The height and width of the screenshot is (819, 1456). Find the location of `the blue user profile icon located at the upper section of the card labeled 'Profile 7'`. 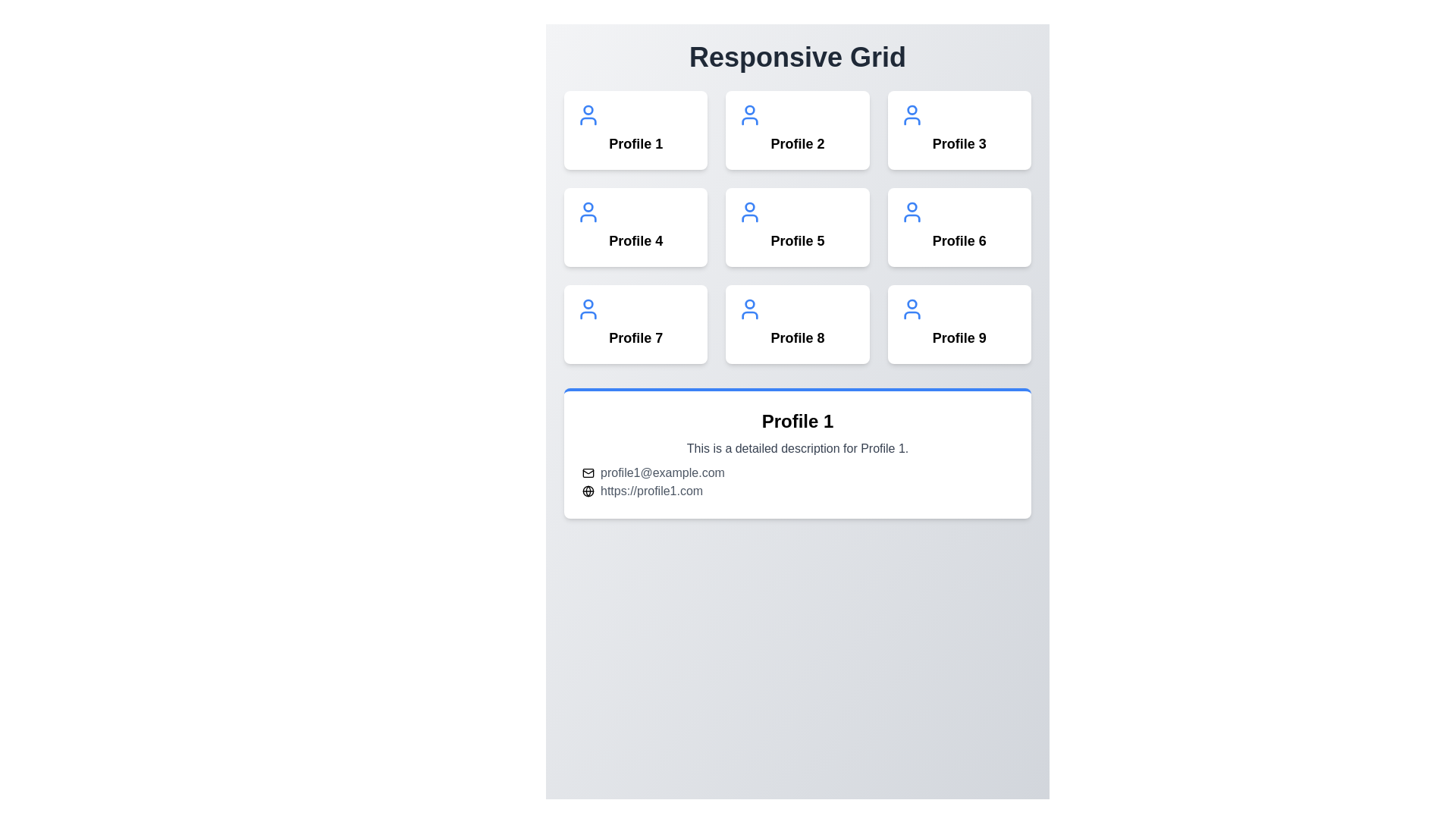

the blue user profile icon located at the upper section of the card labeled 'Profile 7' is located at coordinates (588, 309).